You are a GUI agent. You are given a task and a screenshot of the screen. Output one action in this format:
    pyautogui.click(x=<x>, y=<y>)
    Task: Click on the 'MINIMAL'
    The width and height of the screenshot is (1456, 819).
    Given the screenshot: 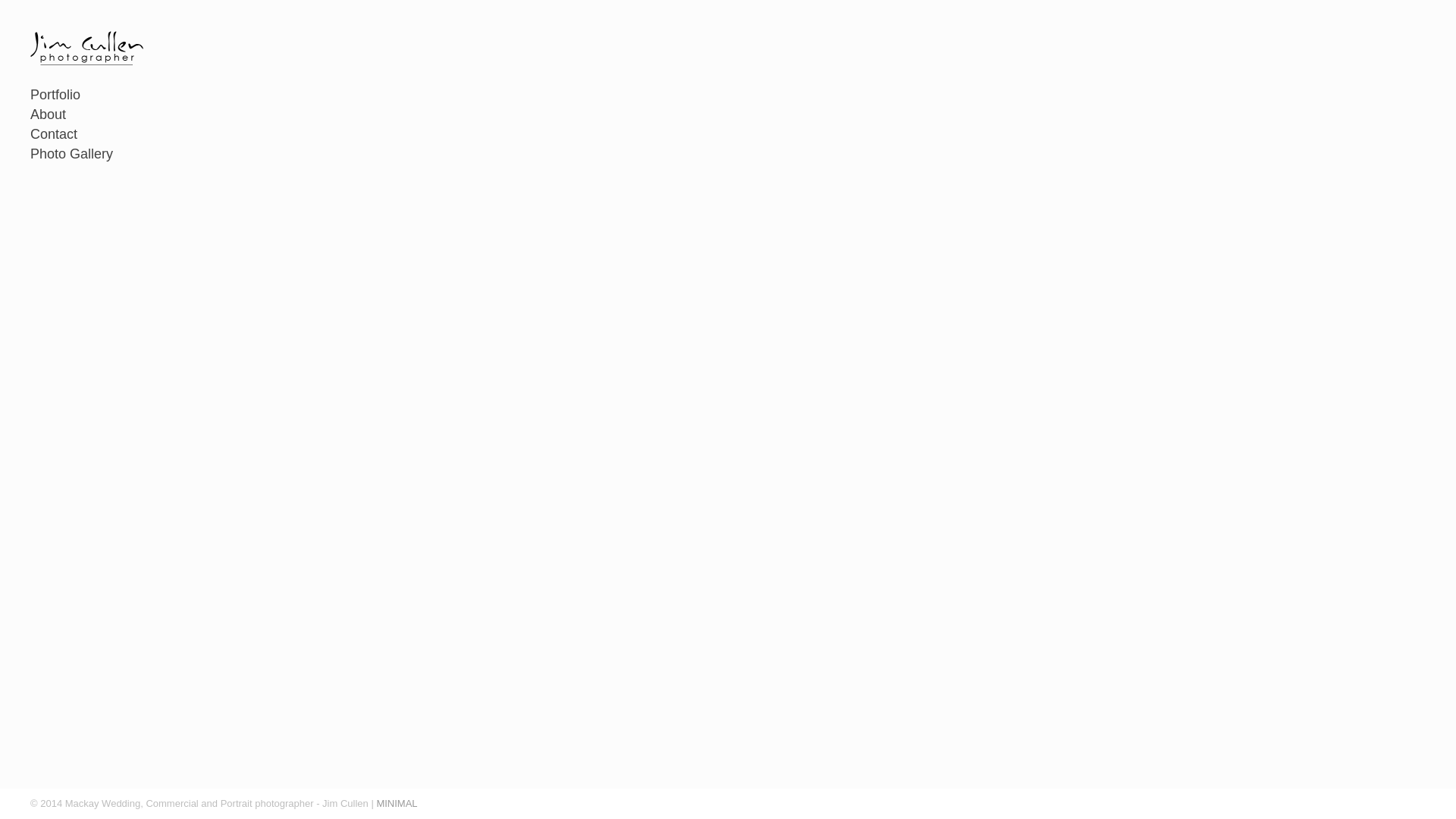 What is the action you would take?
    pyautogui.click(x=397, y=802)
    